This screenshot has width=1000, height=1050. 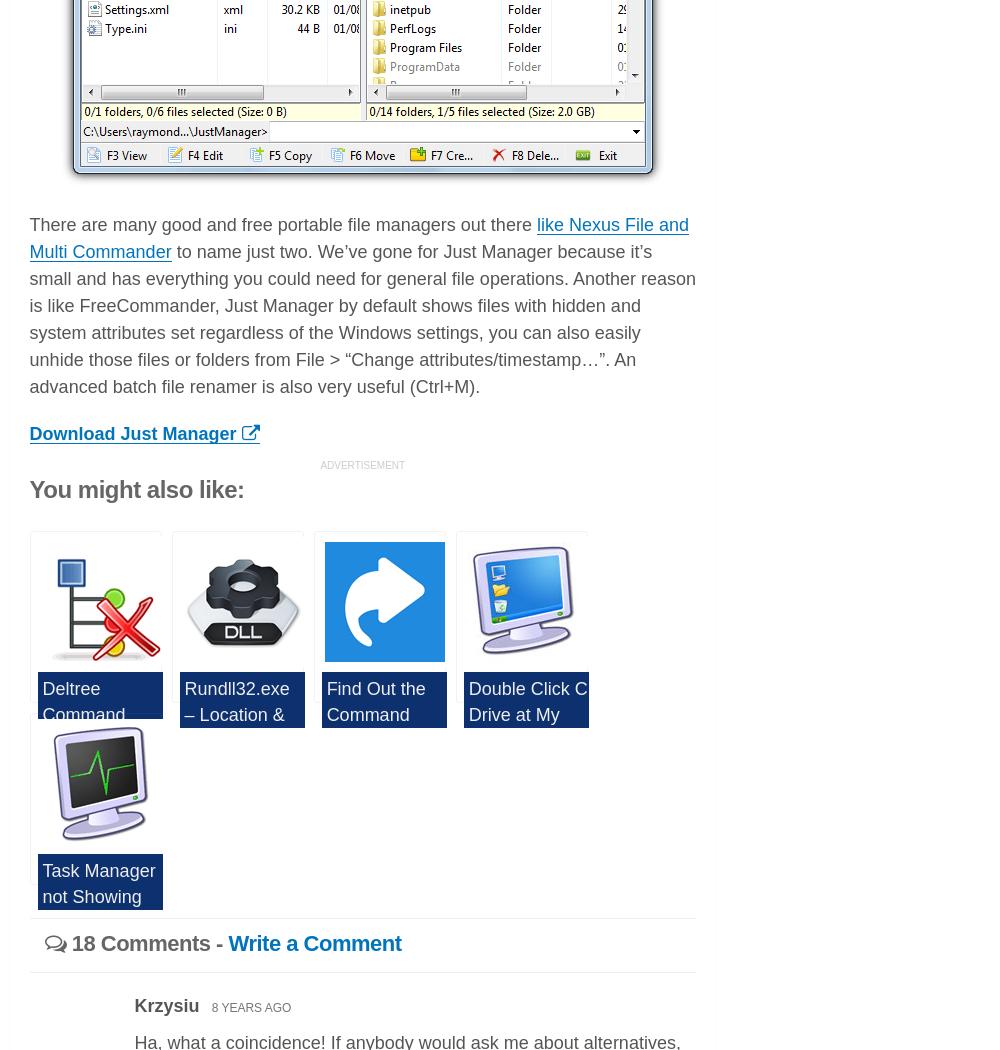 What do you see at coordinates (527, 738) in the screenshot?
I see `'Double Click C Drive at My Computer And Not Opening Fix'` at bounding box center [527, 738].